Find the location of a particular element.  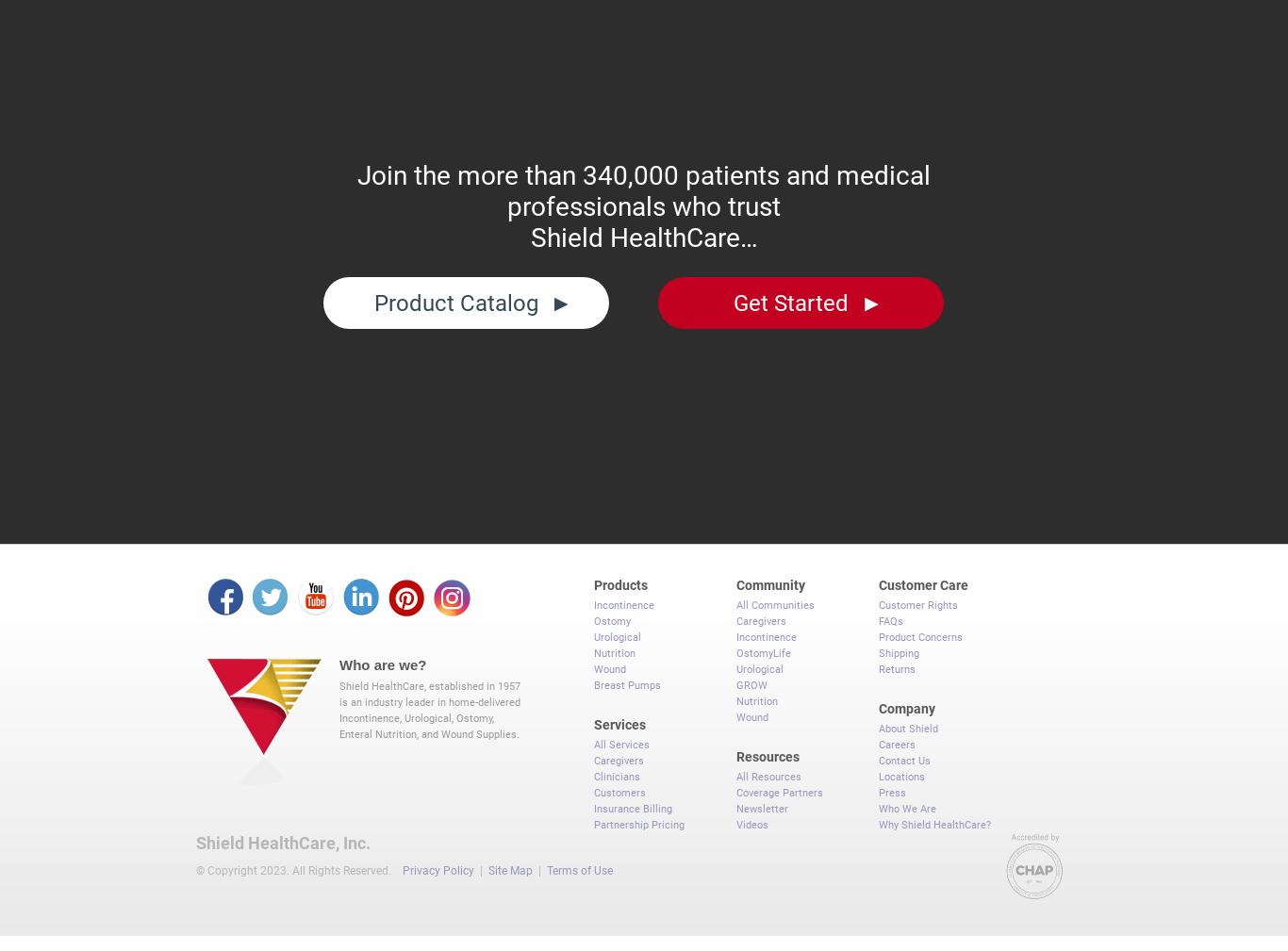

'Why Shield HealthCare?' is located at coordinates (934, 815).